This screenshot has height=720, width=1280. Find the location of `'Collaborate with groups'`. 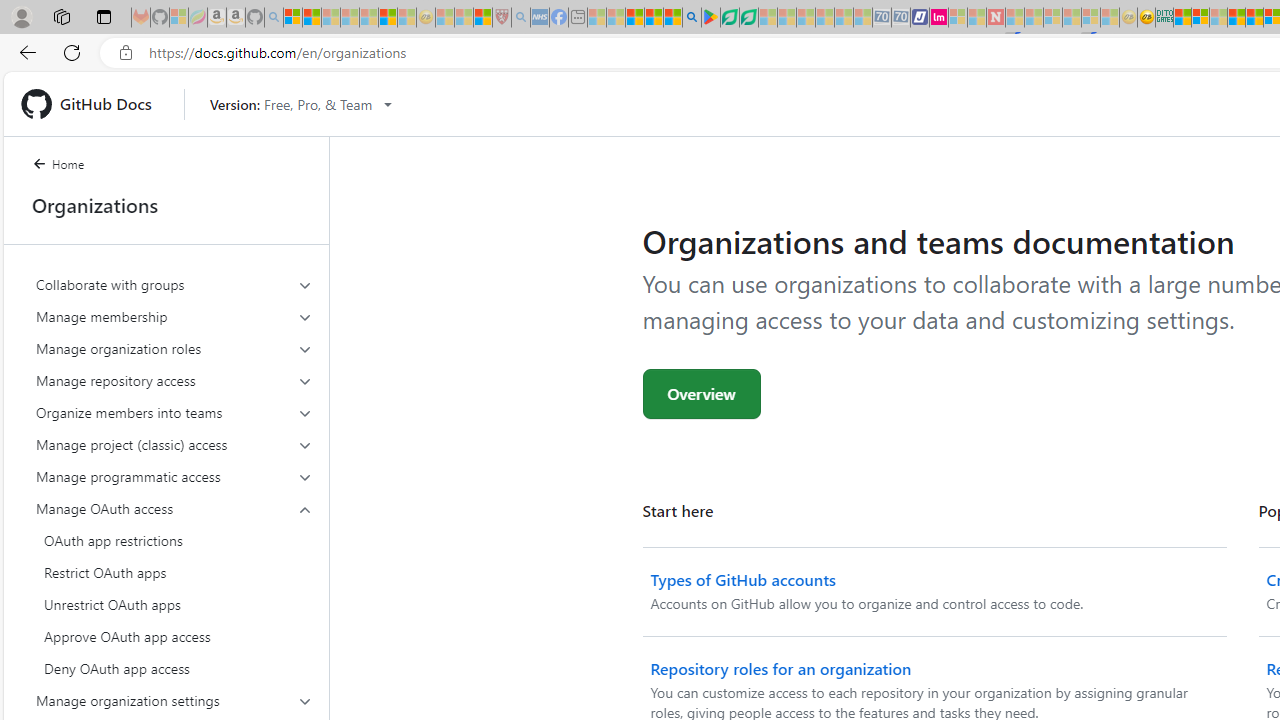

'Collaborate with groups' is located at coordinates (174, 285).